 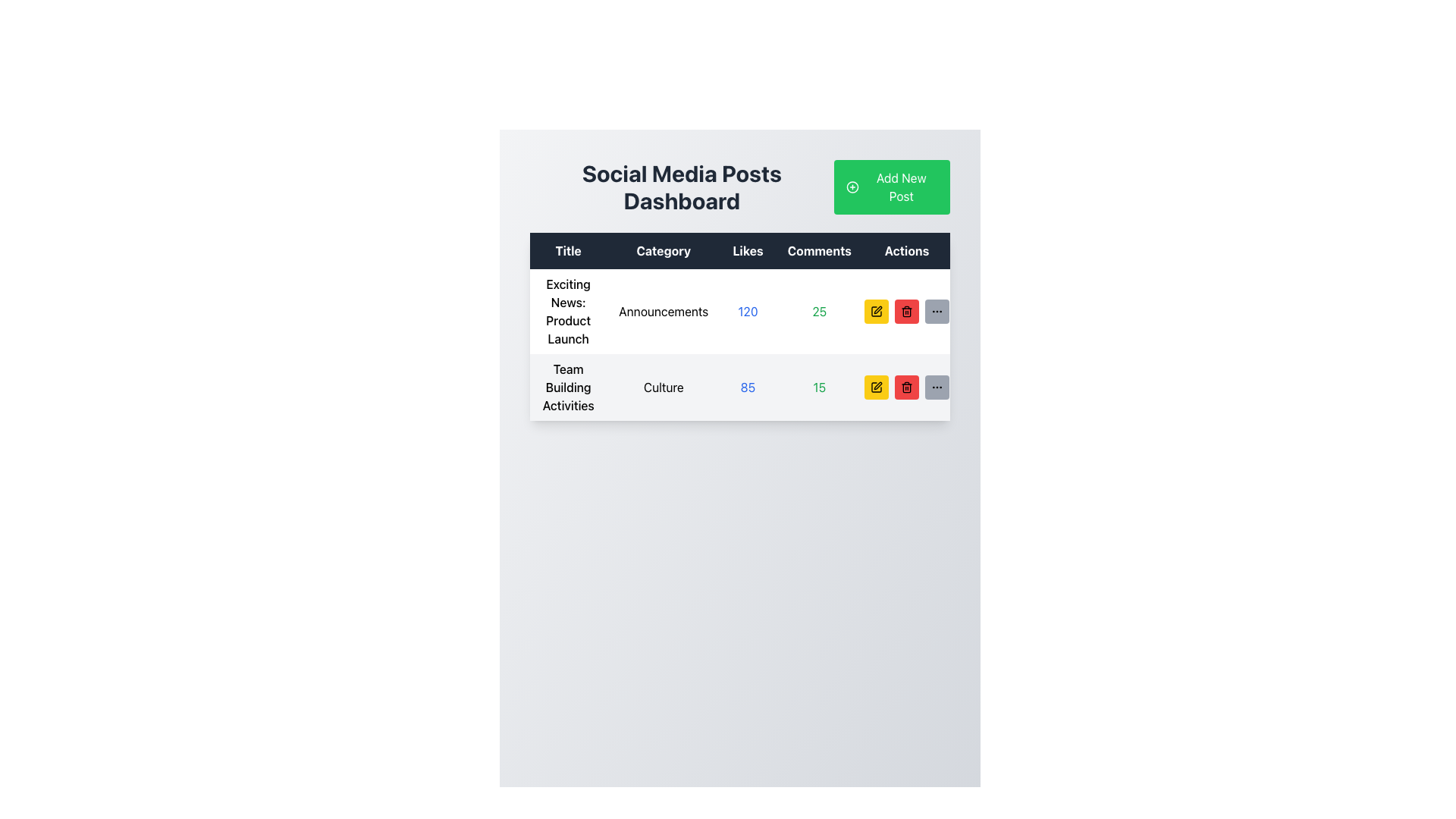 I want to click on the numerical value '25' styled in green font color within the 'Comments' column of the first row in the 'Social Media Posts Dashboard' table, so click(x=818, y=311).